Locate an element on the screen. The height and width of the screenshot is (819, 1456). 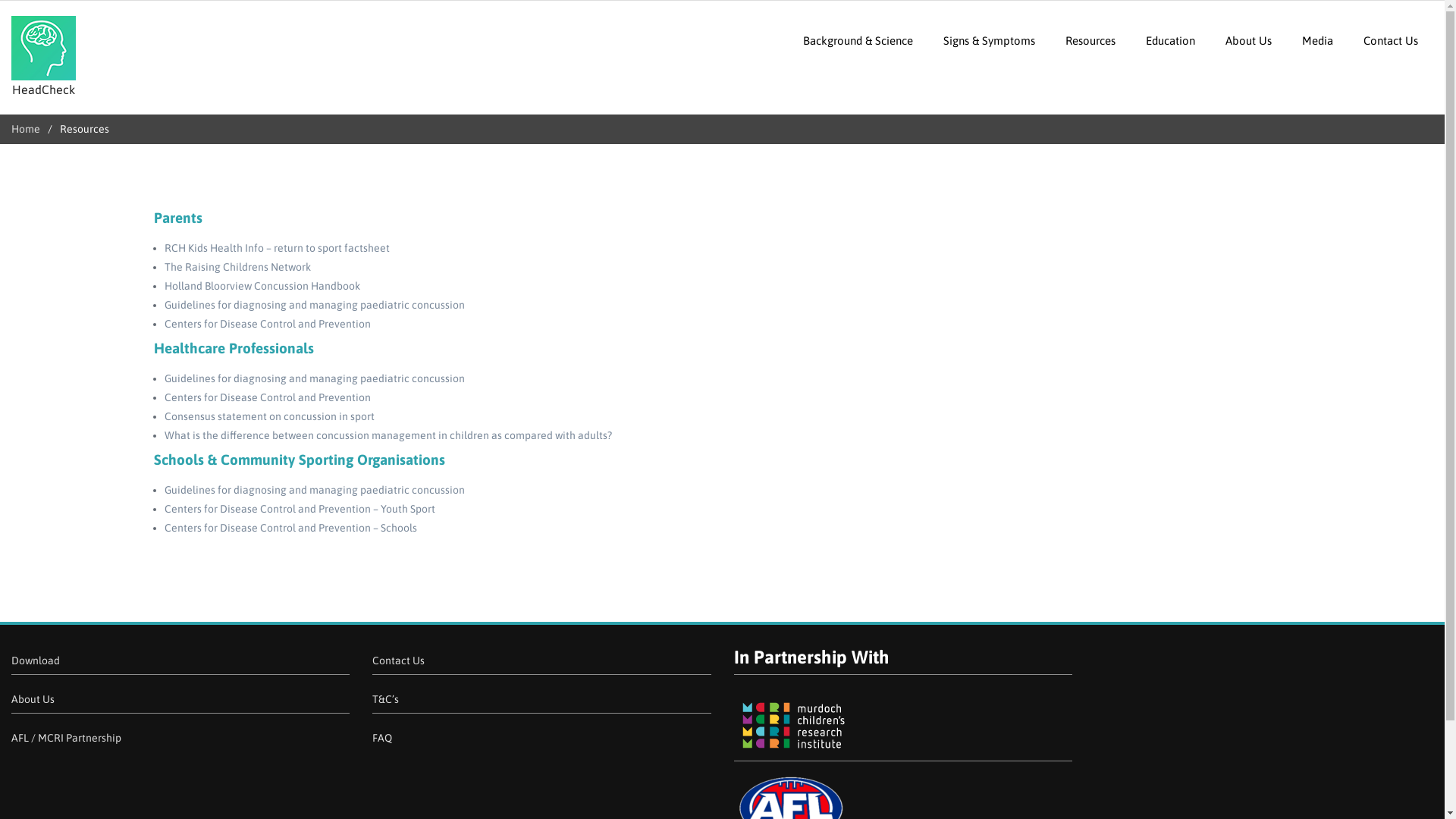
'Media' is located at coordinates (1316, 39).